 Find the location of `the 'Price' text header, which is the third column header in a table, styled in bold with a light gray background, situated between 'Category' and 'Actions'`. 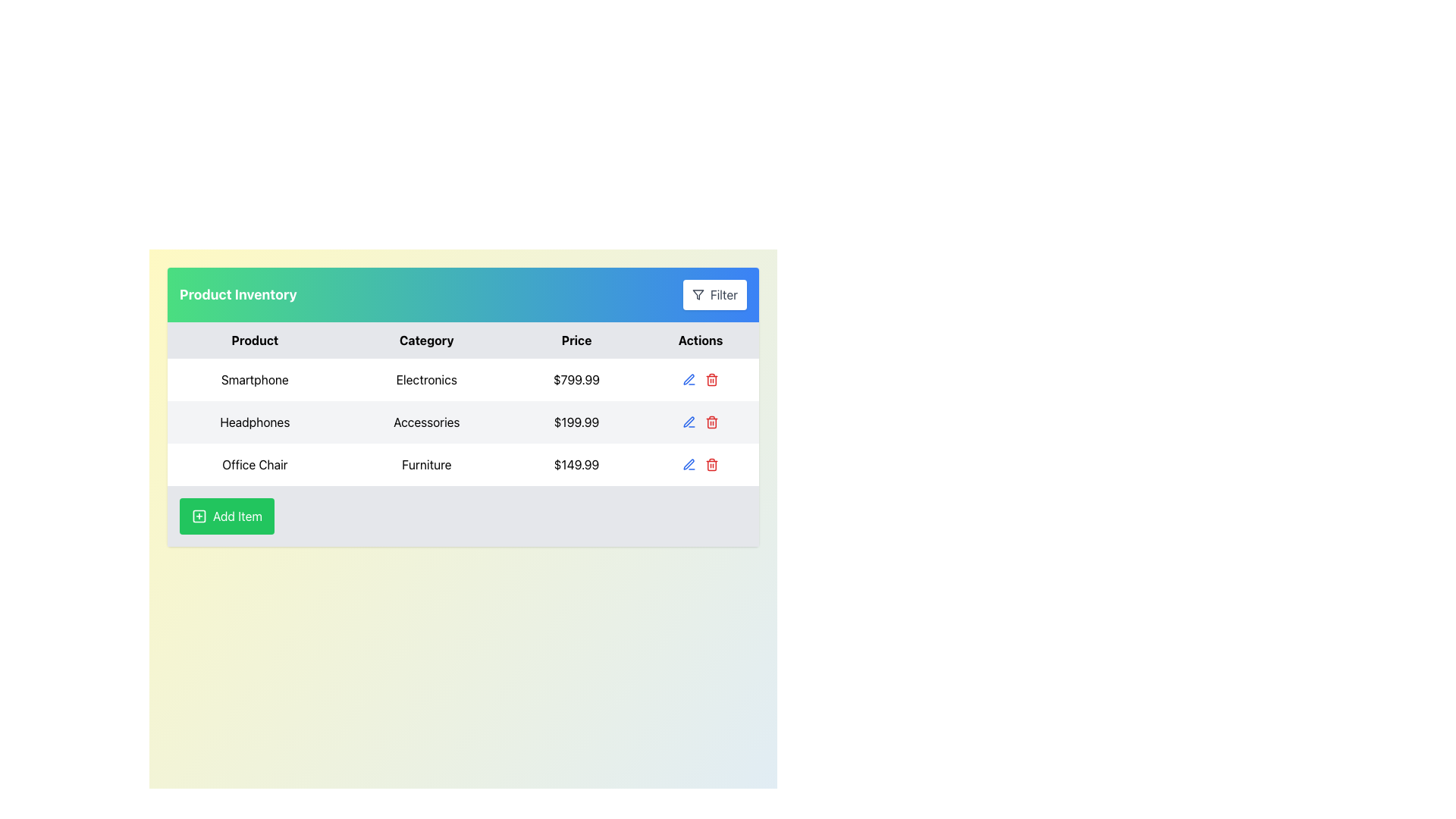

the 'Price' text header, which is the third column header in a table, styled in bold with a light gray background, situated between 'Category' and 'Actions' is located at coordinates (576, 339).